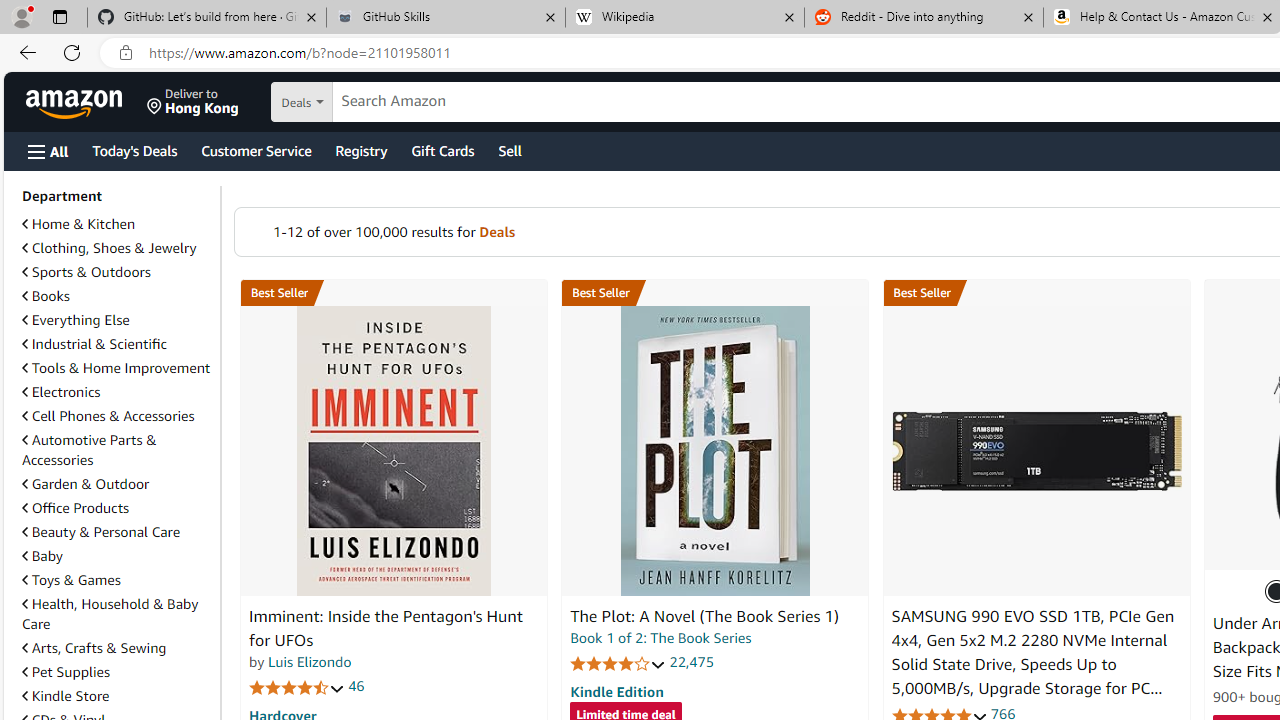  Describe the element at coordinates (107, 414) in the screenshot. I see `'Cell Phones & Accessories'` at that location.